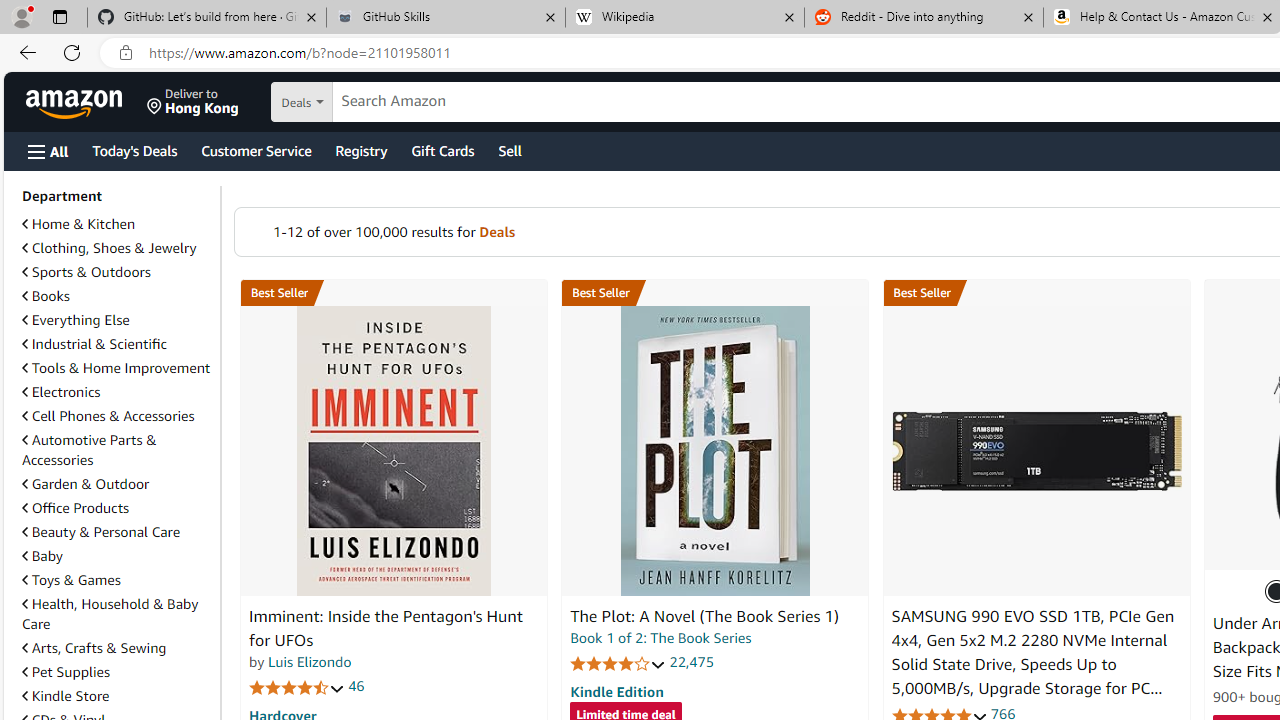  Describe the element at coordinates (107, 414) in the screenshot. I see `'Cell Phones & Accessories'` at that location.